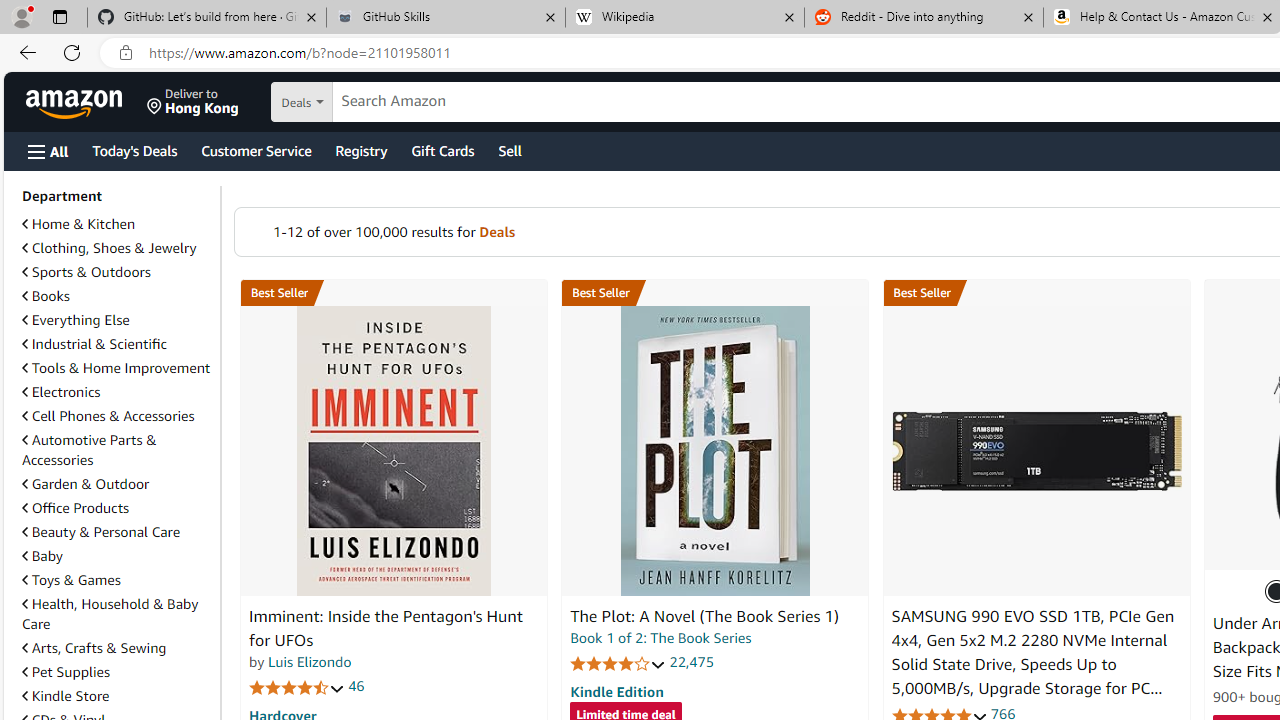  Describe the element at coordinates (107, 414) in the screenshot. I see `'Cell Phones & Accessories'` at that location.